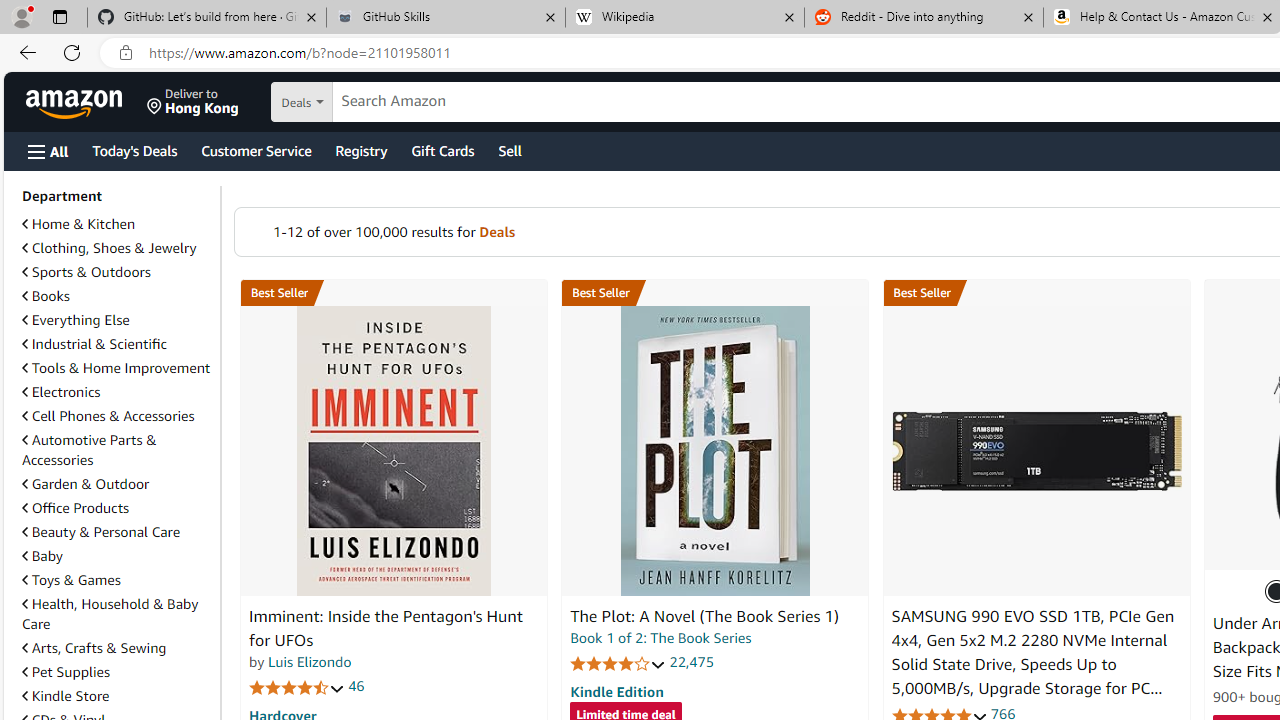  Describe the element at coordinates (107, 414) in the screenshot. I see `'Cell Phones & Accessories'` at that location.